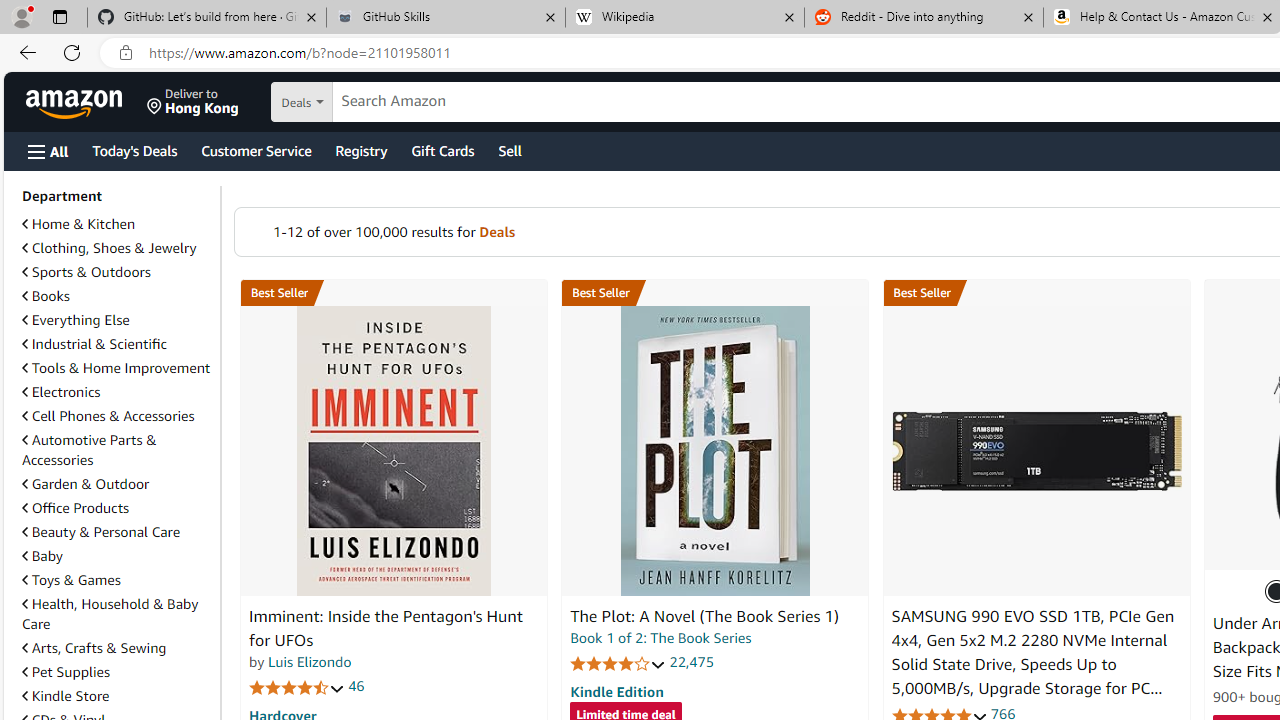  Describe the element at coordinates (107, 414) in the screenshot. I see `'Cell Phones & Accessories'` at that location.